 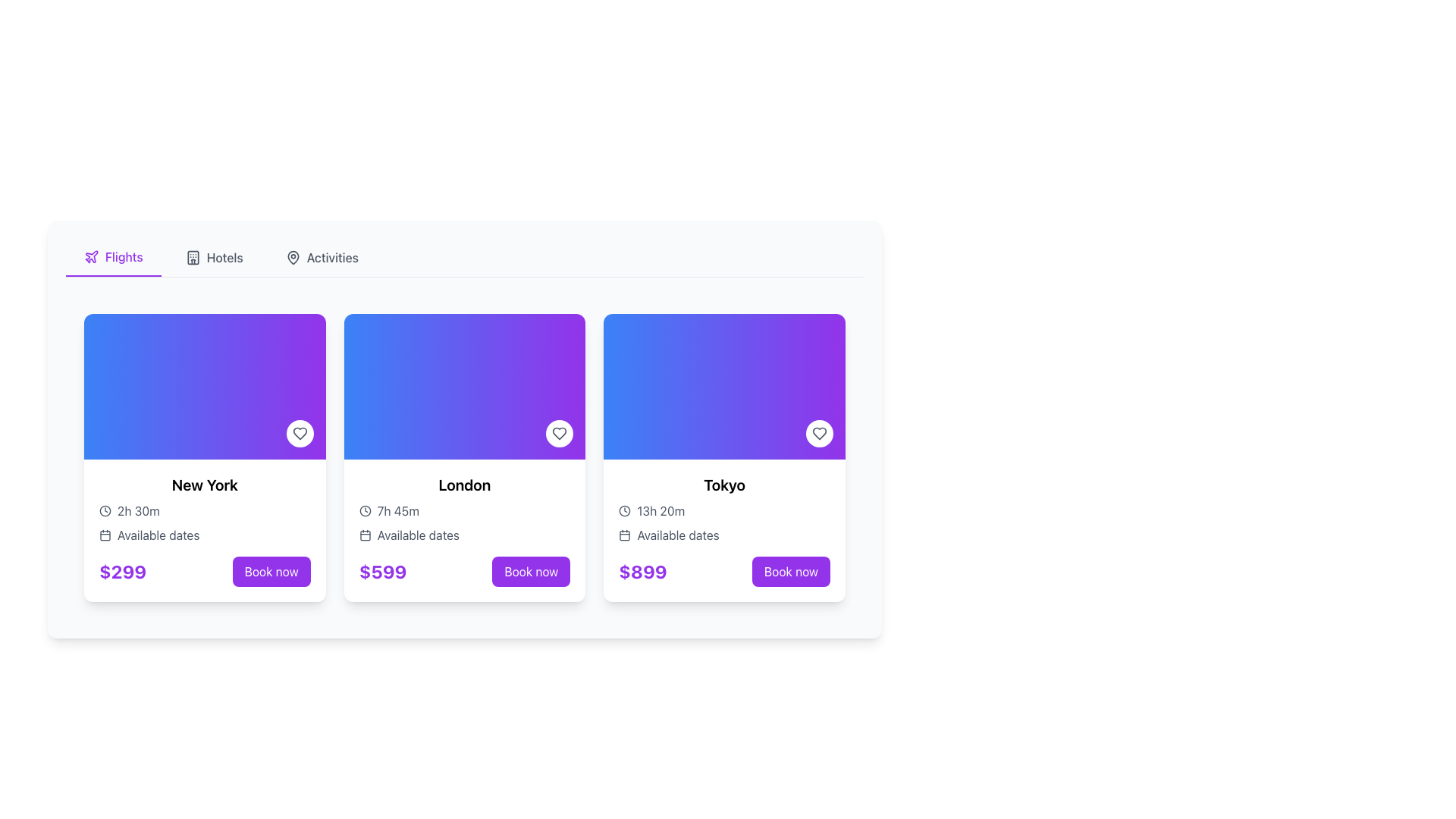 What do you see at coordinates (418, 534) in the screenshot?
I see `the text label that serves as a heading for available travel dates, located in the second card from the left, below the trip duration description` at bounding box center [418, 534].